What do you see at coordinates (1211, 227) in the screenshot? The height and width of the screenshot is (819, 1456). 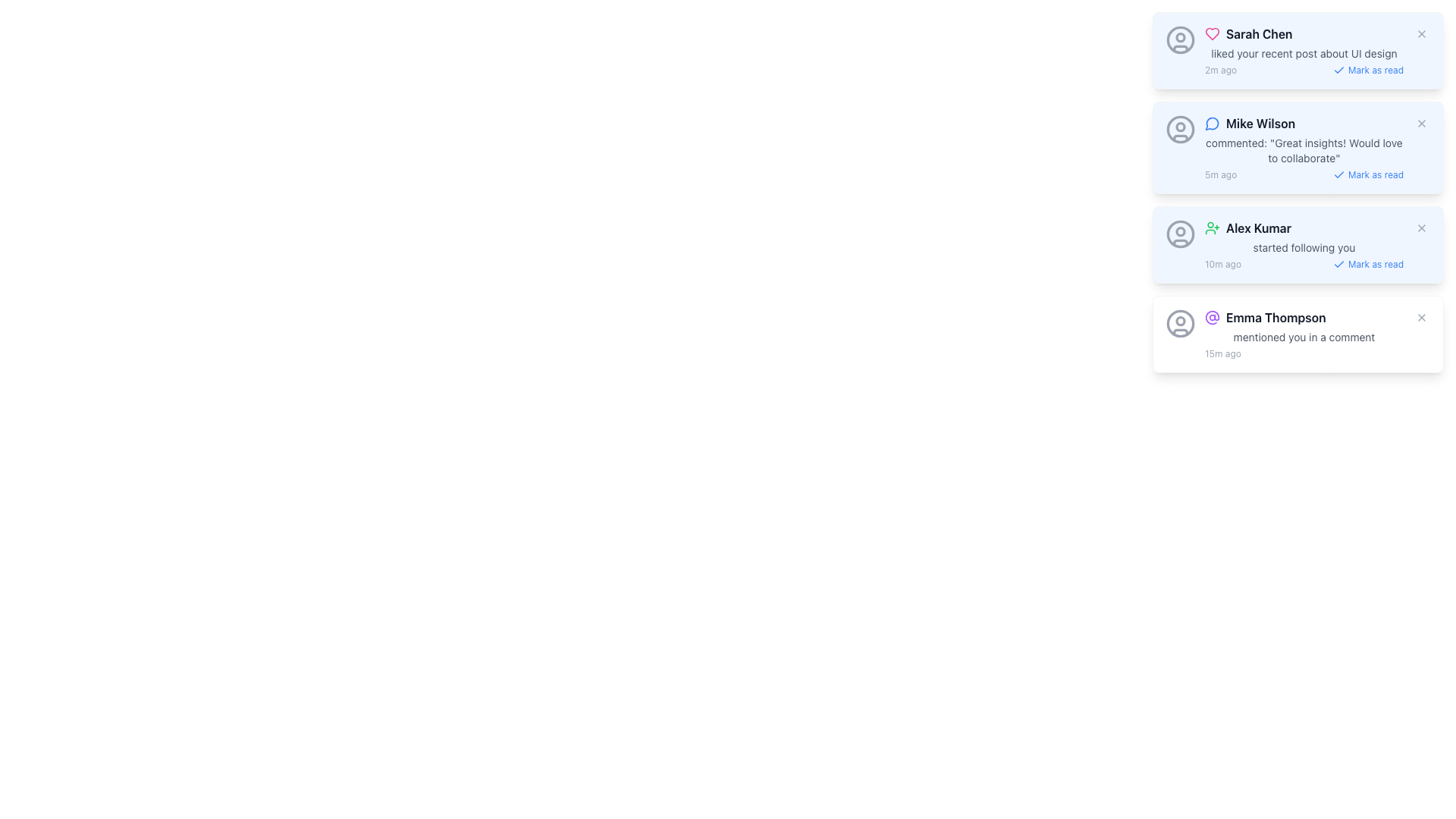 I see `the icon` at bounding box center [1211, 227].